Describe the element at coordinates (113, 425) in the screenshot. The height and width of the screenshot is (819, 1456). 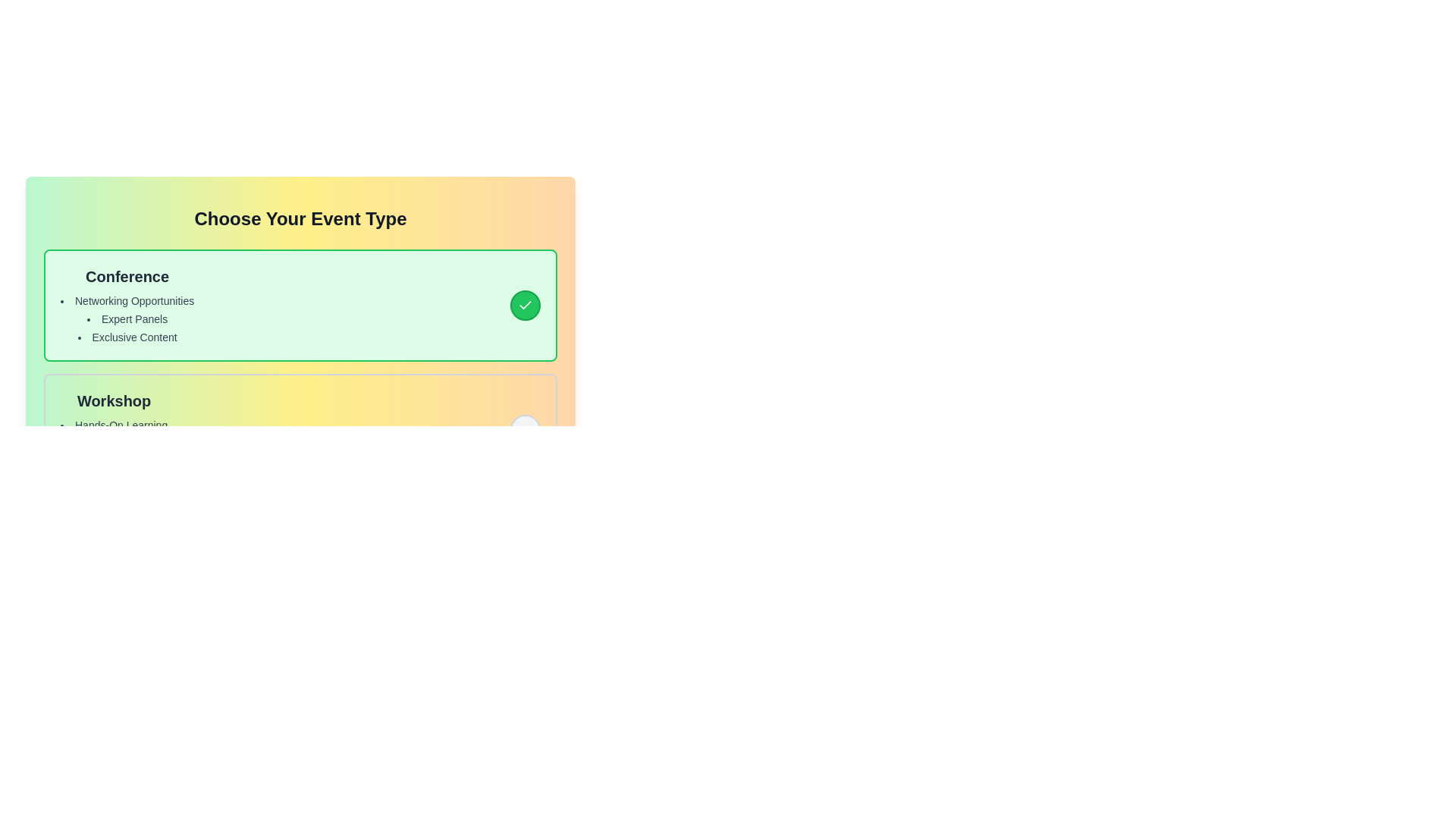
I see `the text element displaying 'Hands-On Learning' in the bulleted list under the 'Workshop' section` at that location.